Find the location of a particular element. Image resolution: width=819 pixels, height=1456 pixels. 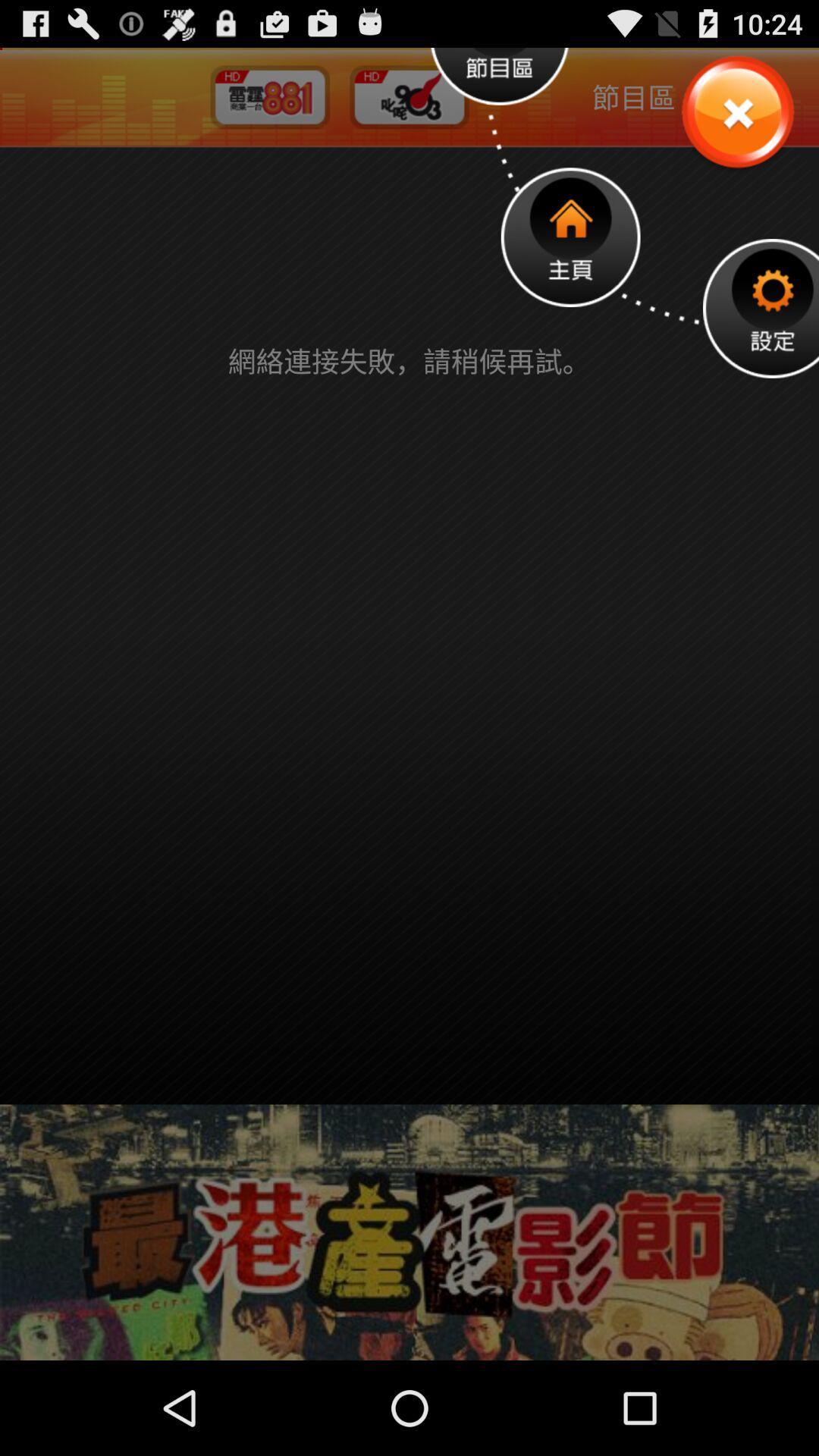

actualidad para todos is located at coordinates (736, 112).